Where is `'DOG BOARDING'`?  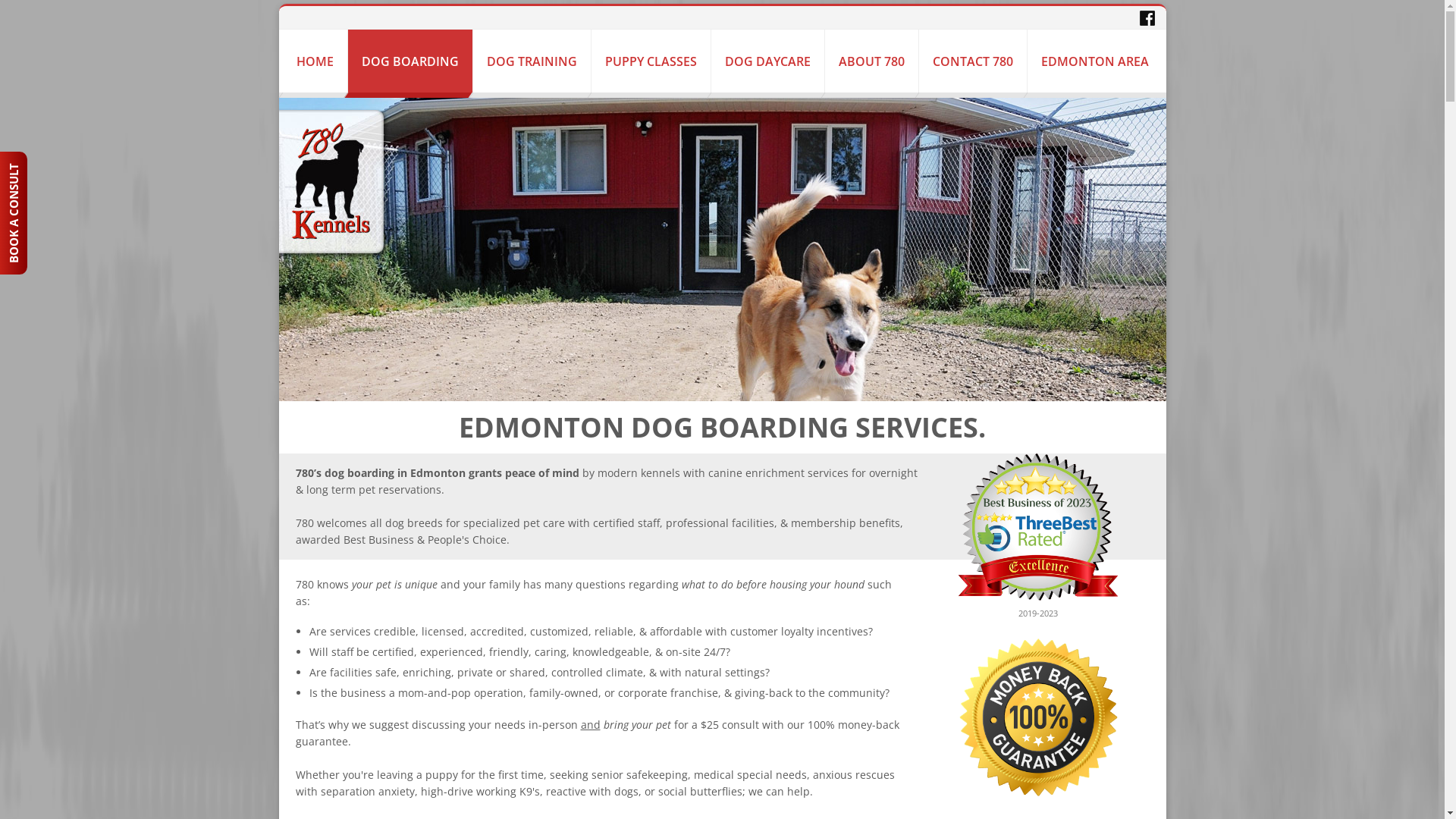 'DOG BOARDING' is located at coordinates (409, 60).